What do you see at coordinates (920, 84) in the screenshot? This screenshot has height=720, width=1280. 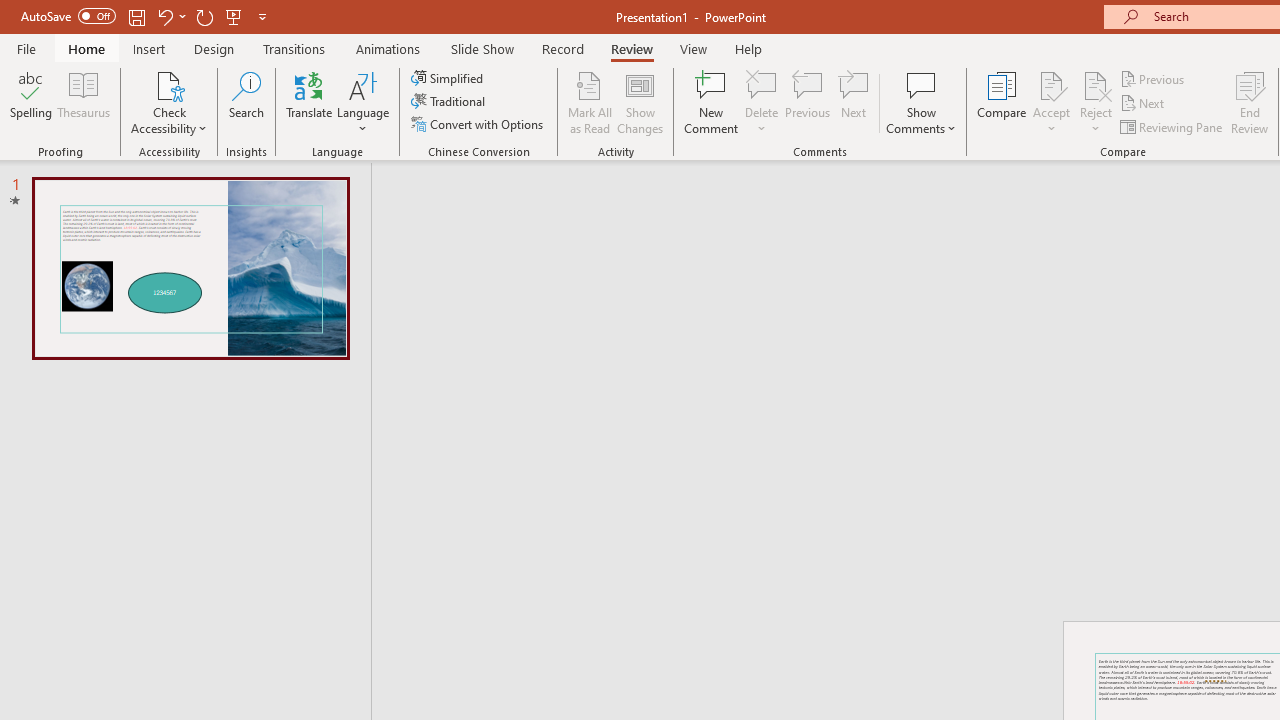 I see `'Show Comments'` at bounding box center [920, 84].